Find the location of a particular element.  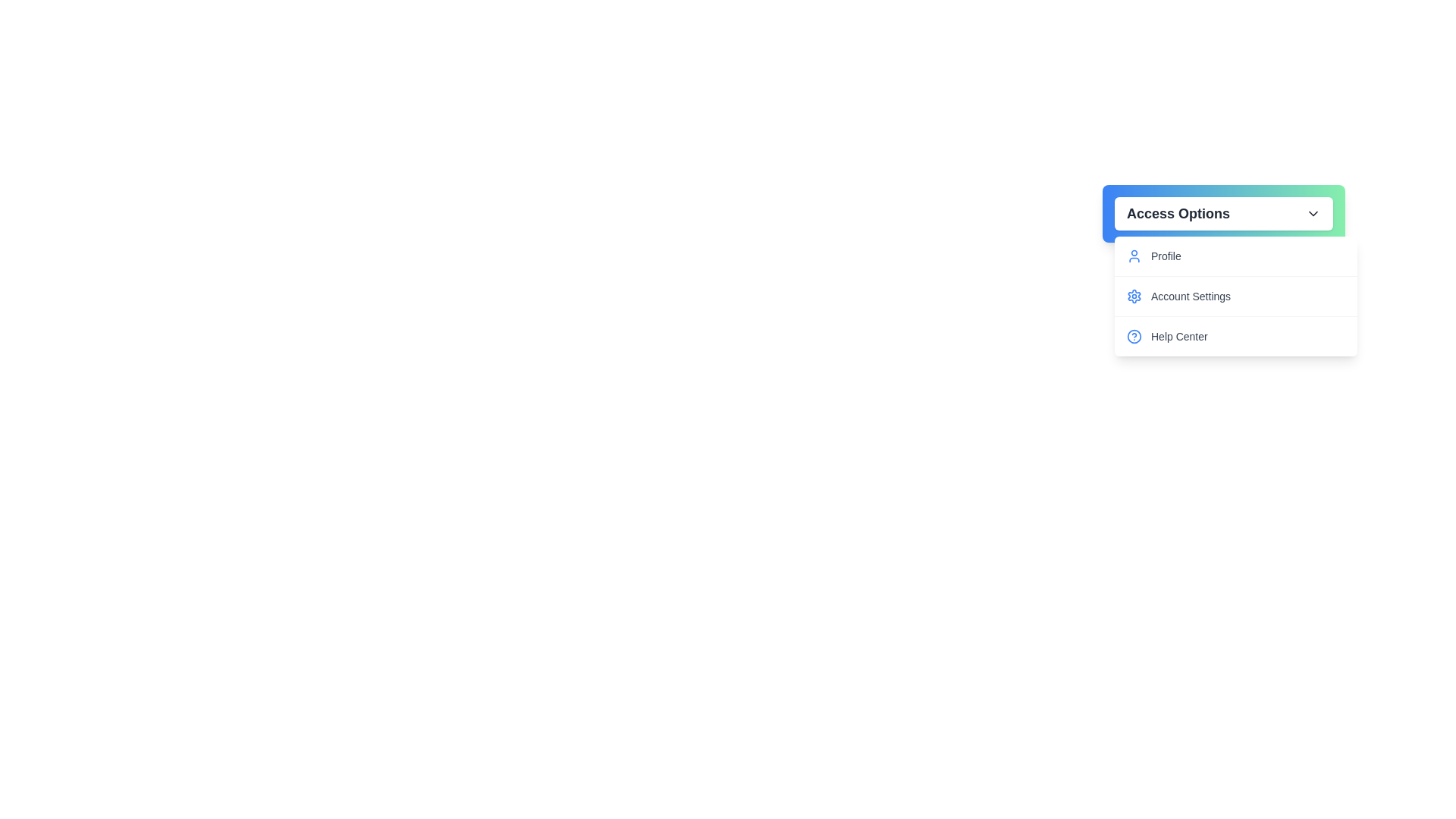

the gear-shaped blue icon representing the settings symbol, which is part of the 'Account Settings' menu item under 'Access Options' is located at coordinates (1134, 296).